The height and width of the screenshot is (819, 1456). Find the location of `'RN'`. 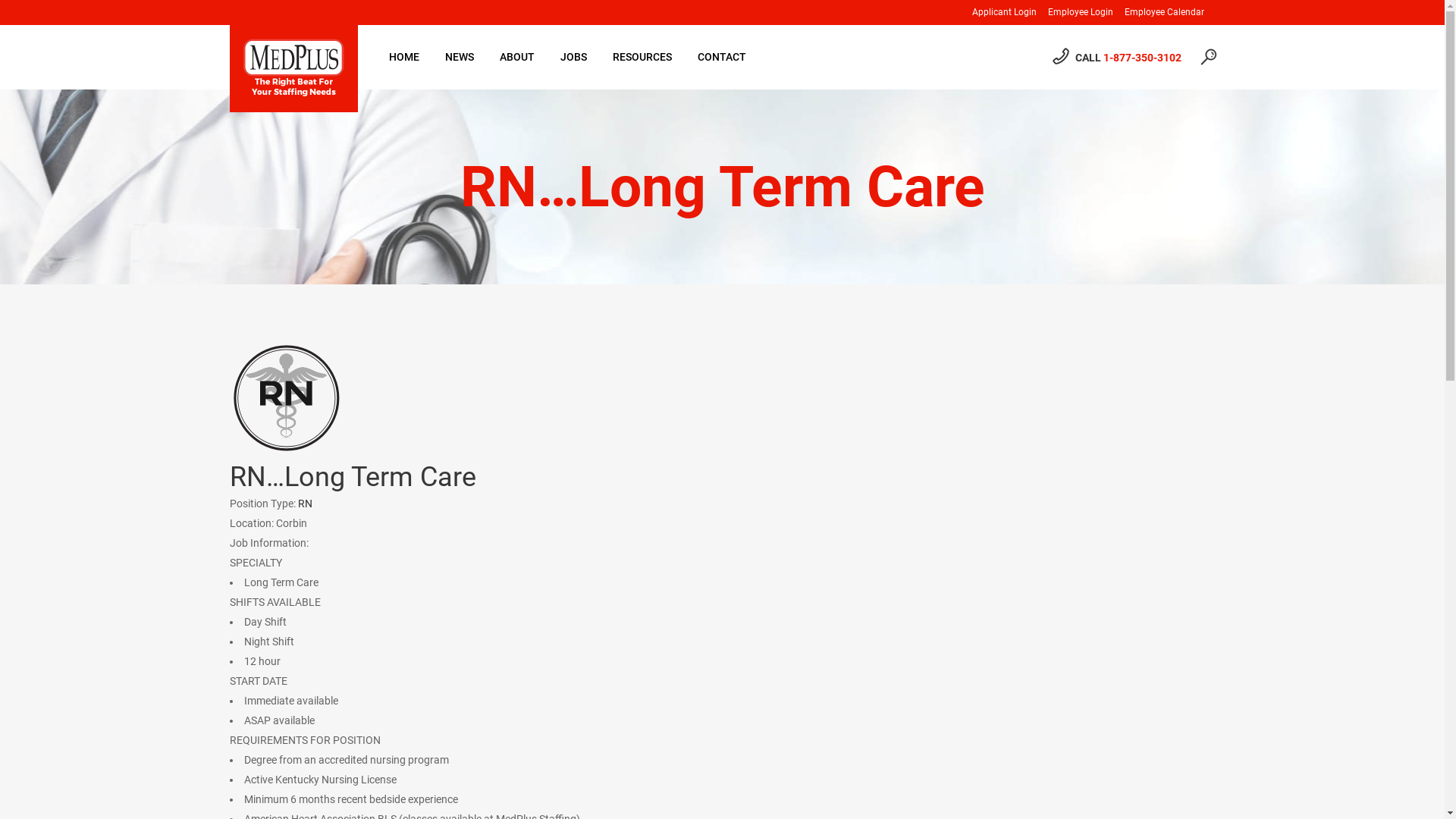

'RN' is located at coordinates (228, 397).